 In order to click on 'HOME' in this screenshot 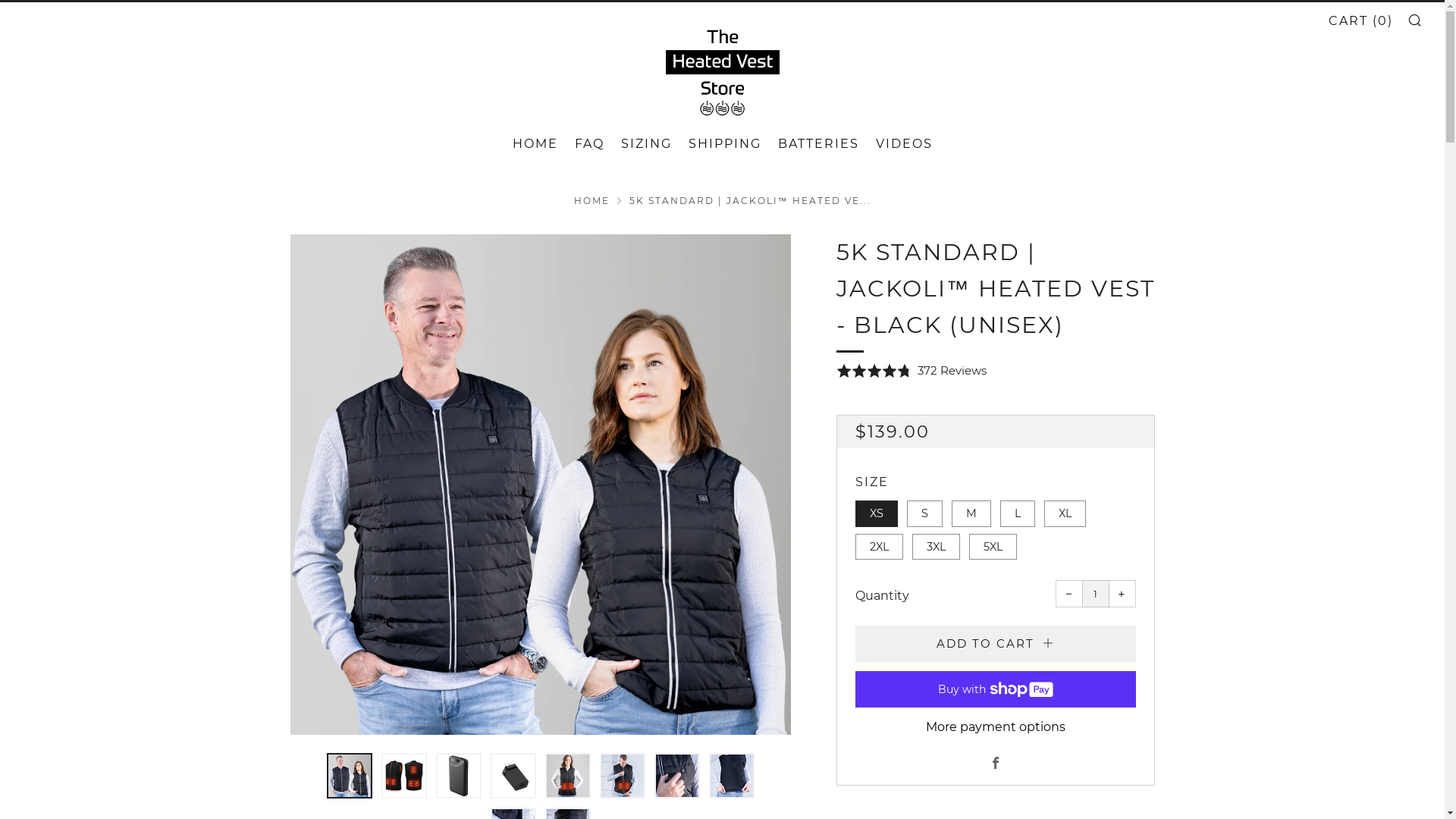, I will do `click(590, 199)`.